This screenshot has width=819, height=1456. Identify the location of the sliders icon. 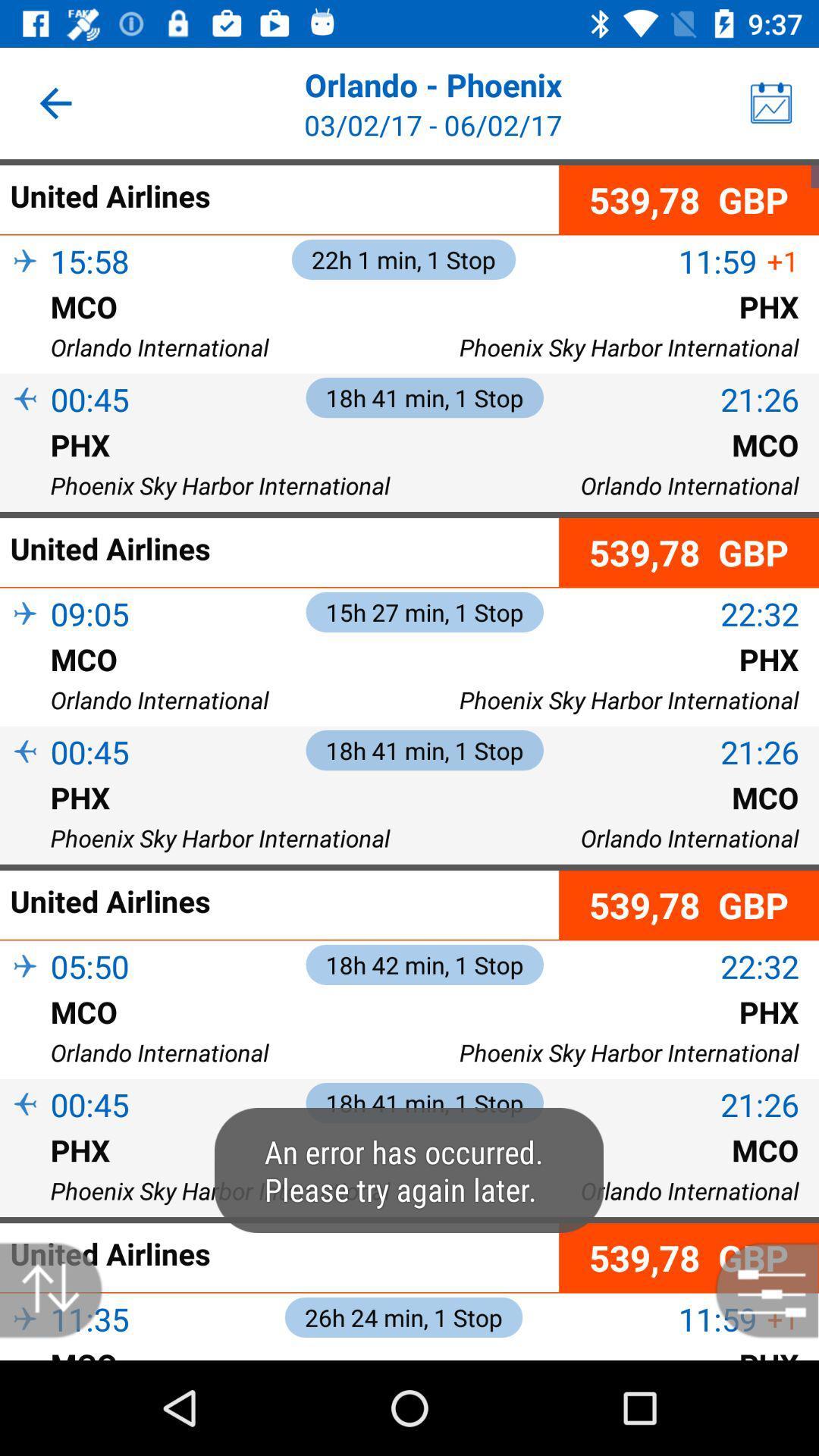
(759, 1289).